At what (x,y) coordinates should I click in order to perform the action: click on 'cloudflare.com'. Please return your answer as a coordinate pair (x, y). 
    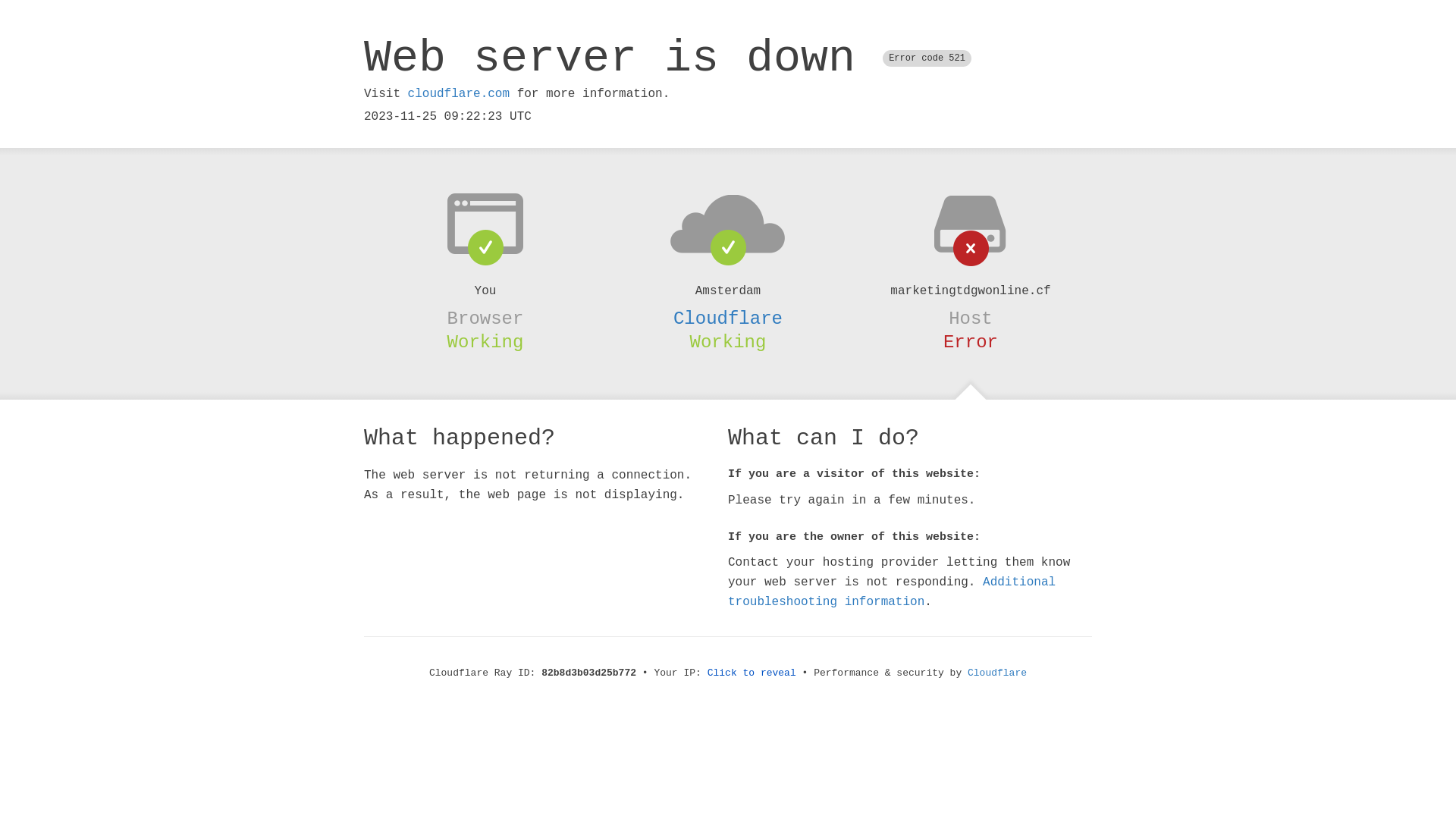
    Looking at the image, I should click on (457, 93).